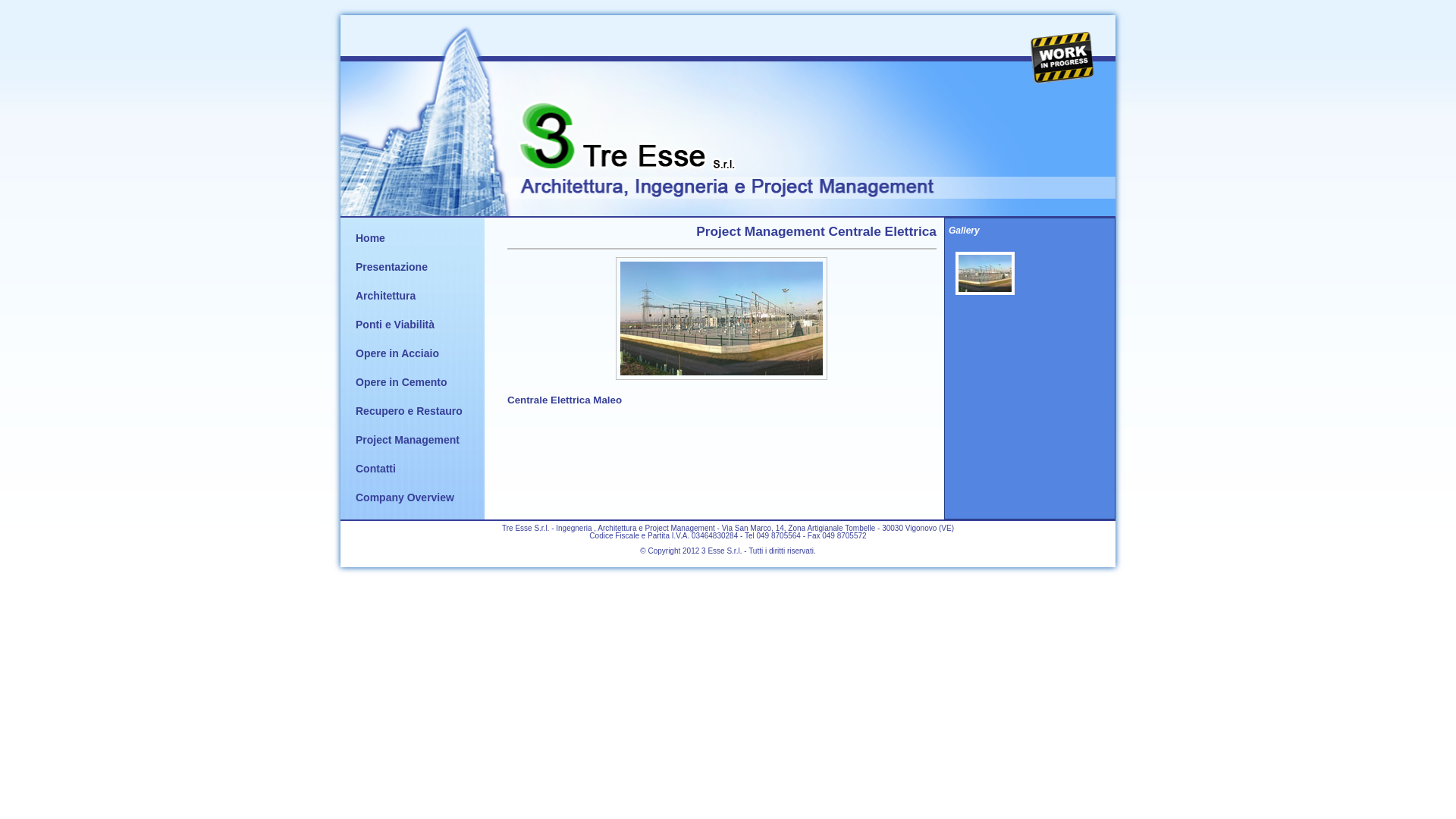  Describe the element at coordinates (985, 273) in the screenshot. I see `'Foto Project Management Centrale Elettrica di Maleo'` at that location.